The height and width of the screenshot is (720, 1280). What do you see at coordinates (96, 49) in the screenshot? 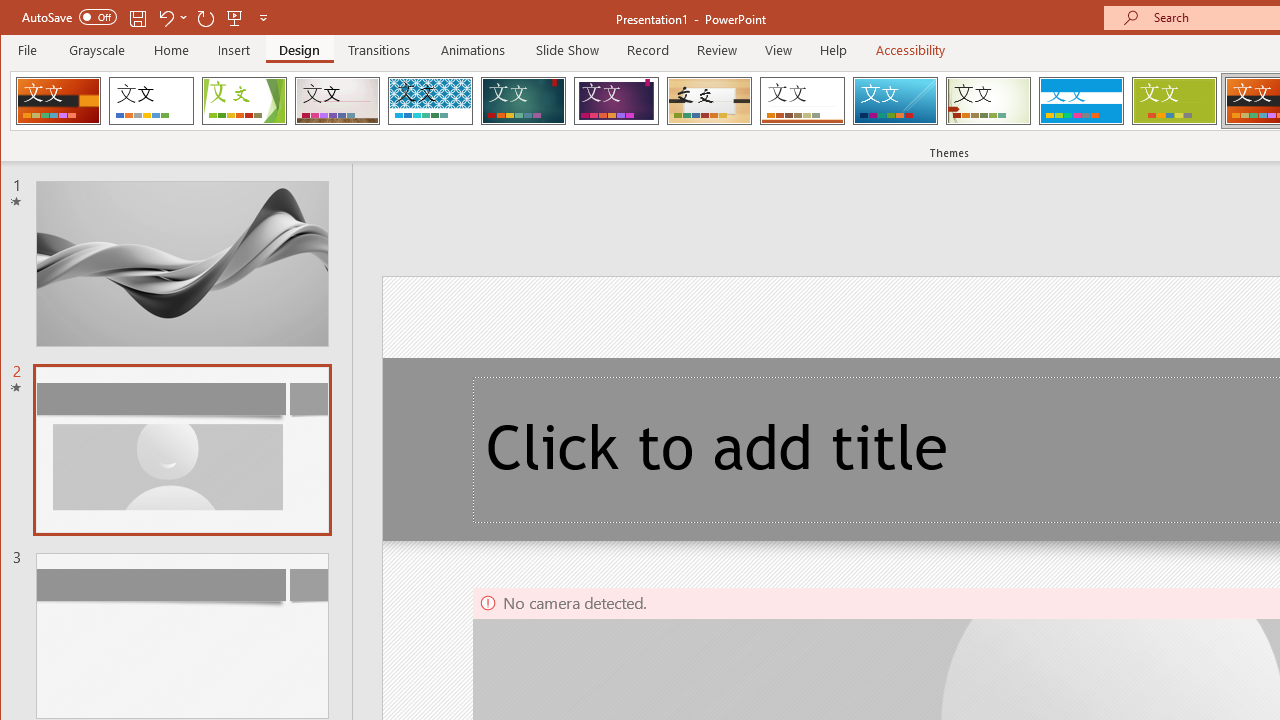
I see `'Grayscale'` at bounding box center [96, 49].